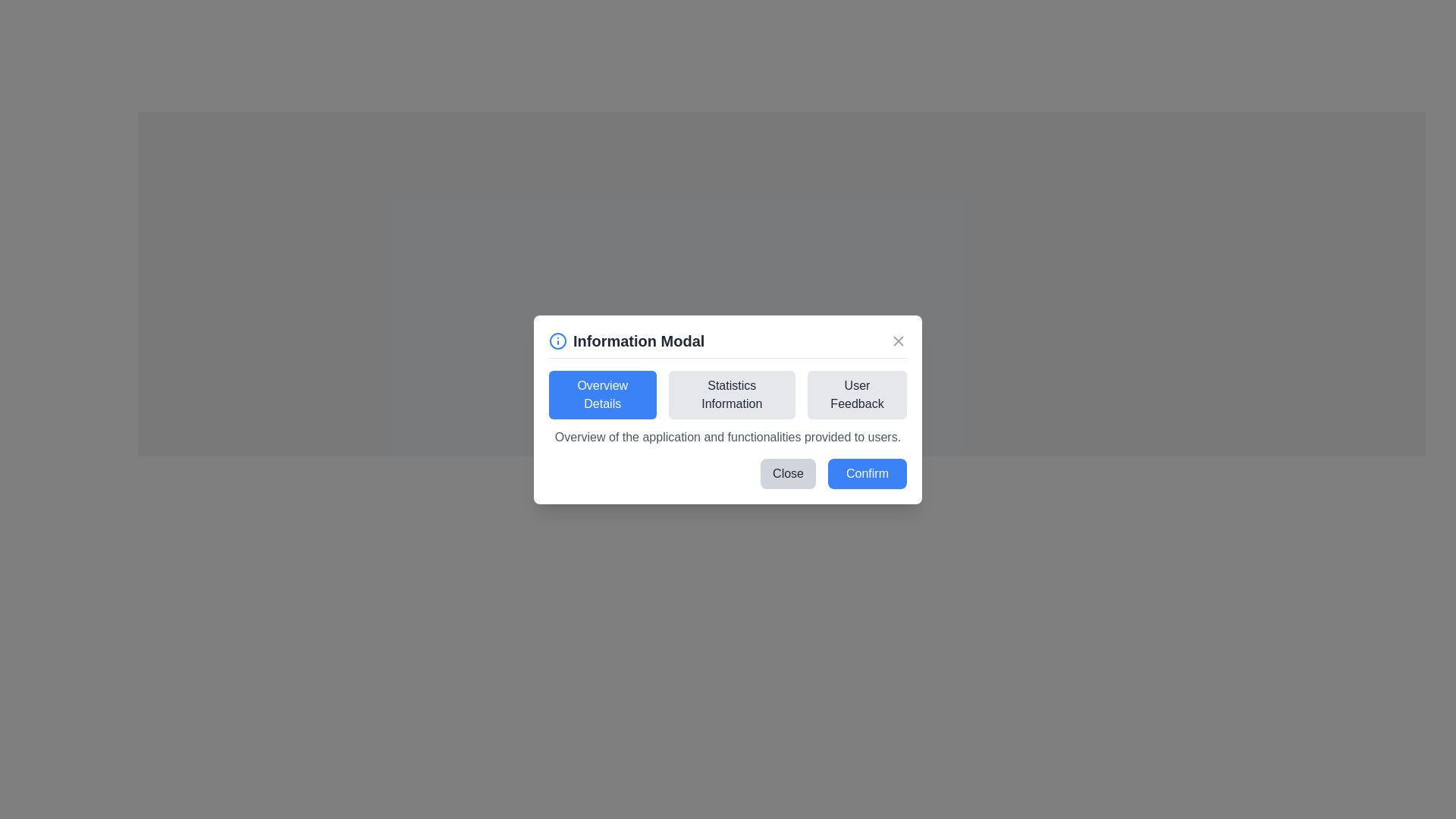 This screenshot has width=1456, height=819. I want to click on the circle shape in the SVG graphic that is part of the information icon, located to the left of the title 'Information Modal' in the modal header, so click(557, 339).